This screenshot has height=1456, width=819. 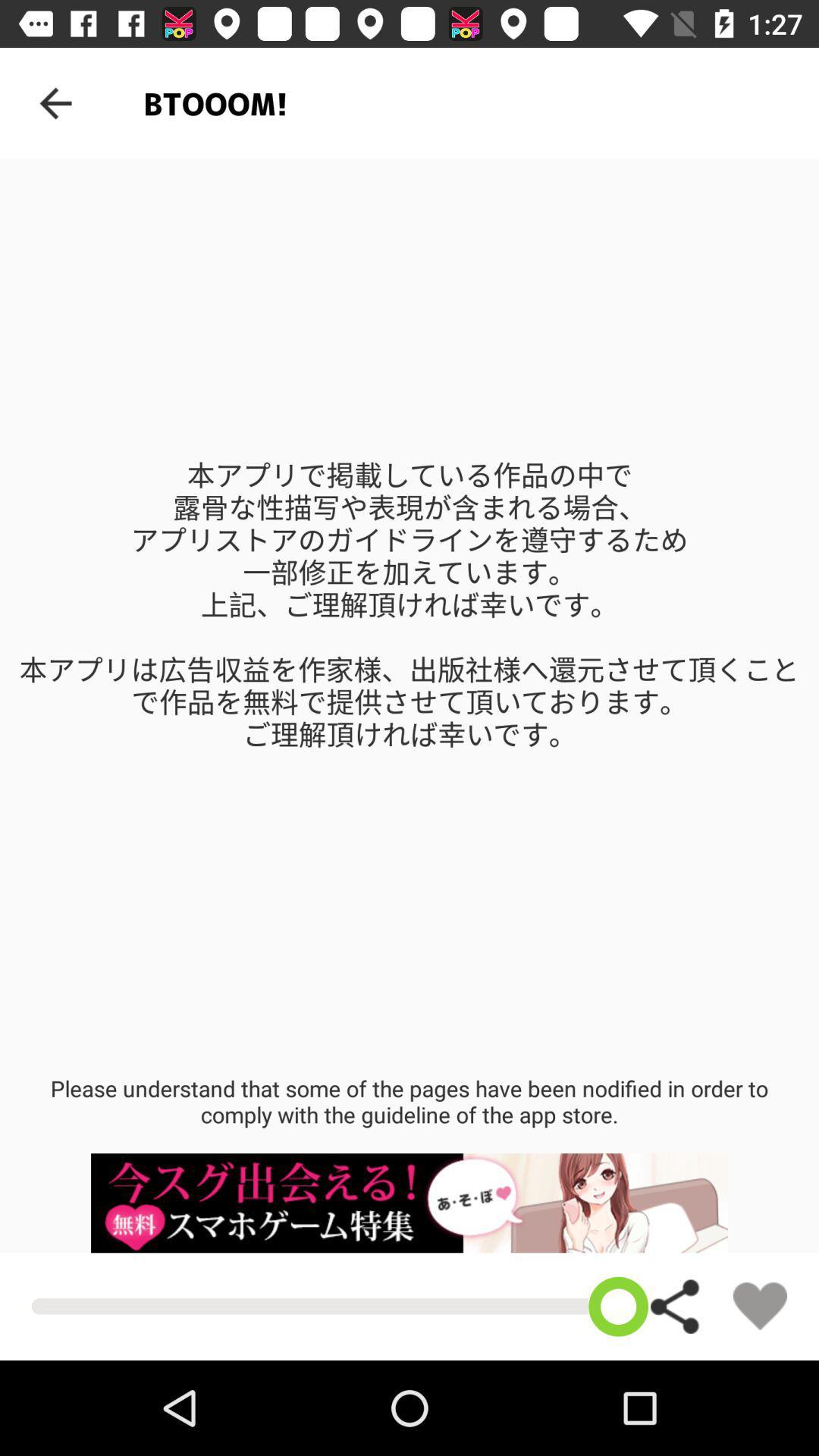 I want to click on the favorite icon, so click(x=760, y=1305).